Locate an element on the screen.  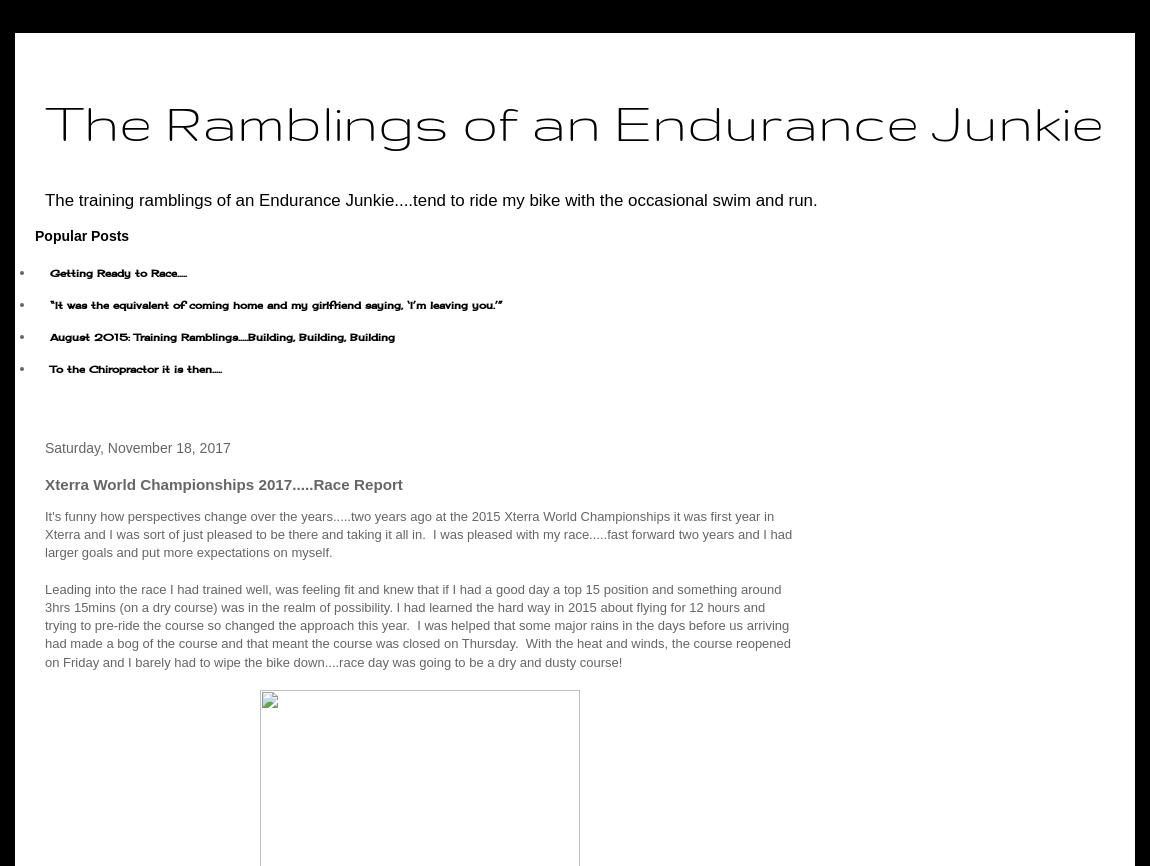
'Leading into the race I had trained well, was feeling fit and knew that if I had a good day a top 15 position and something around 3hrs 15mins (on a dry course) was in the realm of possibility. I had learned the hard way in 2015 about flying for 12 hours and trying to pre-ride the course so changed the approach this year.  I was helped that some major rains in the days before us arriving had made a bog of the course and that meant the course was closed on Thursday.  With the heat and winds, the course reopened on Friday and I barely had to wipe the bike down....race day was going to be a dry and dusty course!' is located at coordinates (418, 624).